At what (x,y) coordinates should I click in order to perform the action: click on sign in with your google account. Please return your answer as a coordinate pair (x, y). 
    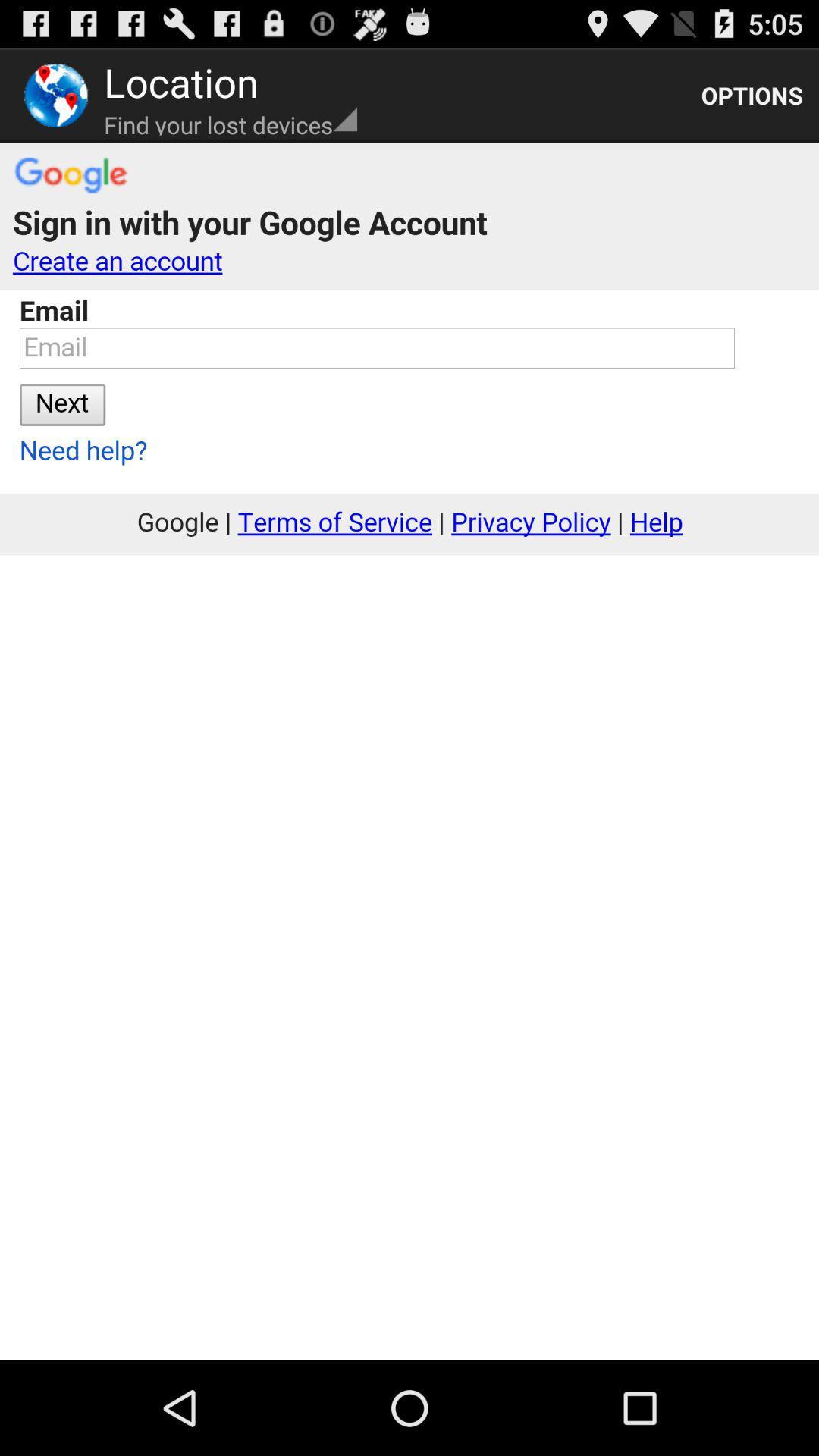
    Looking at the image, I should click on (409, 752).